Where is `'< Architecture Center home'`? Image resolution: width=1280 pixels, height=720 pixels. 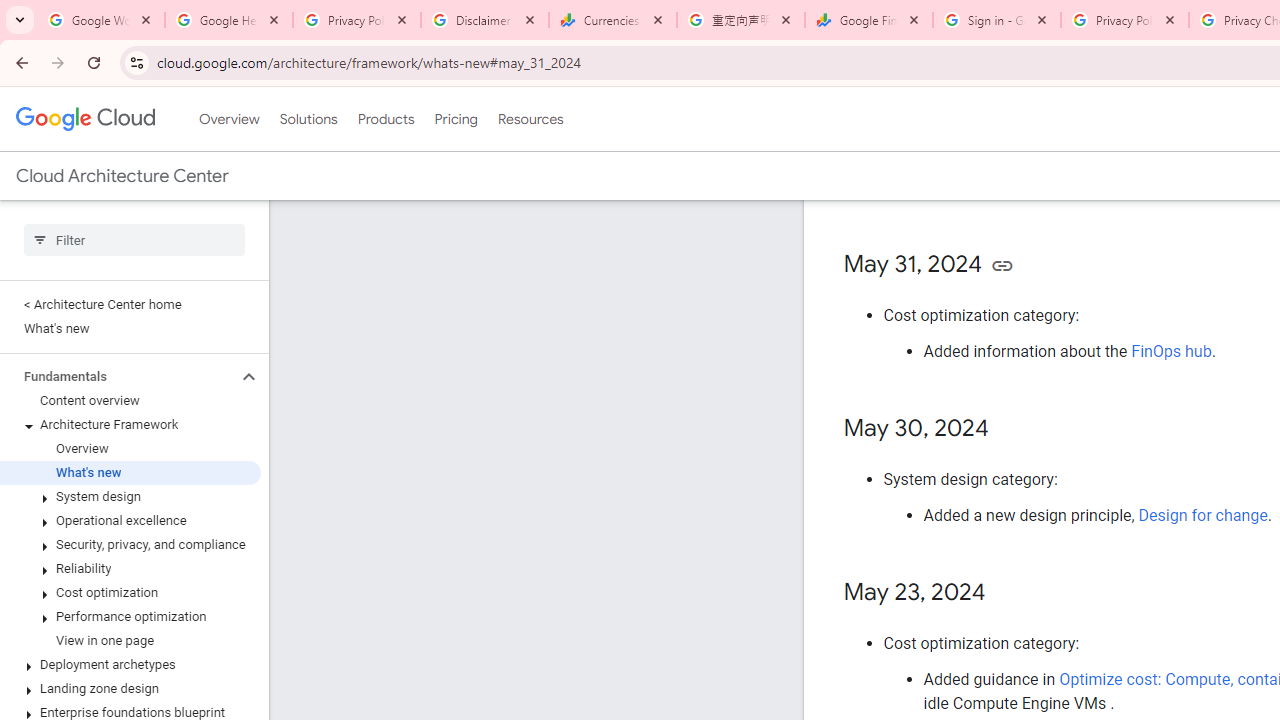 '< Architecture Center home' is located at coordinates (129, 304).